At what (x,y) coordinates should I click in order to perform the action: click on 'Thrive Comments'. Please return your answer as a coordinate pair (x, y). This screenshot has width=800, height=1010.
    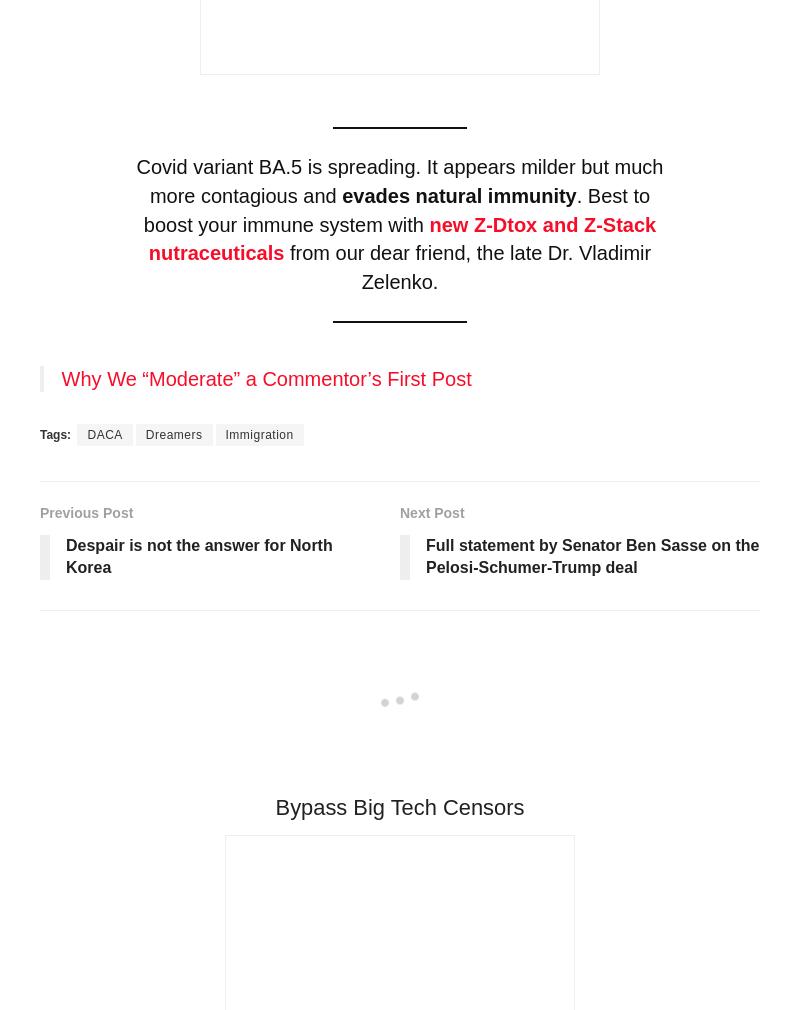
    Looking at the image, I should click on (128, 978).